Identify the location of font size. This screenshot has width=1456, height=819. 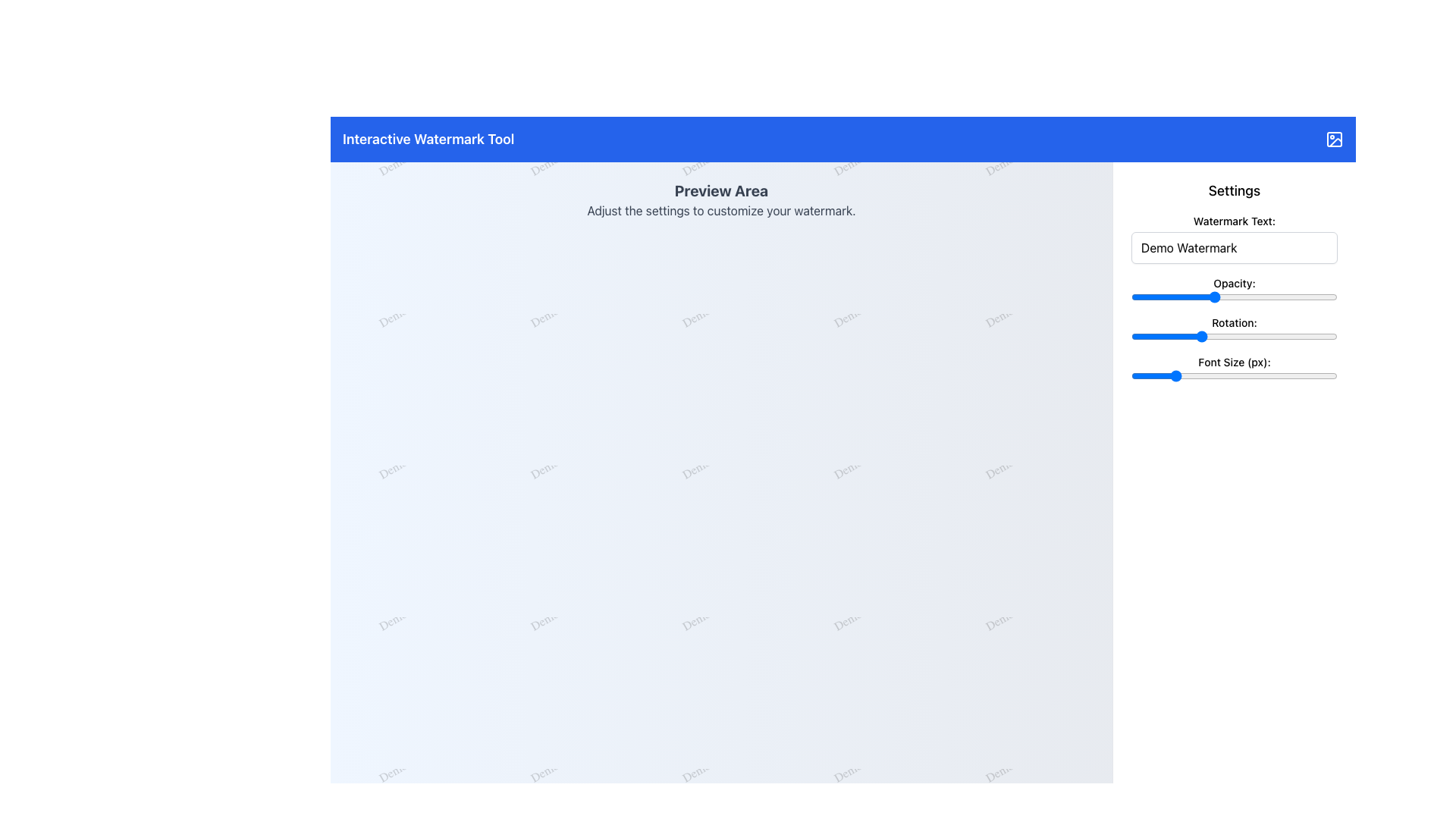
(1262, 375).